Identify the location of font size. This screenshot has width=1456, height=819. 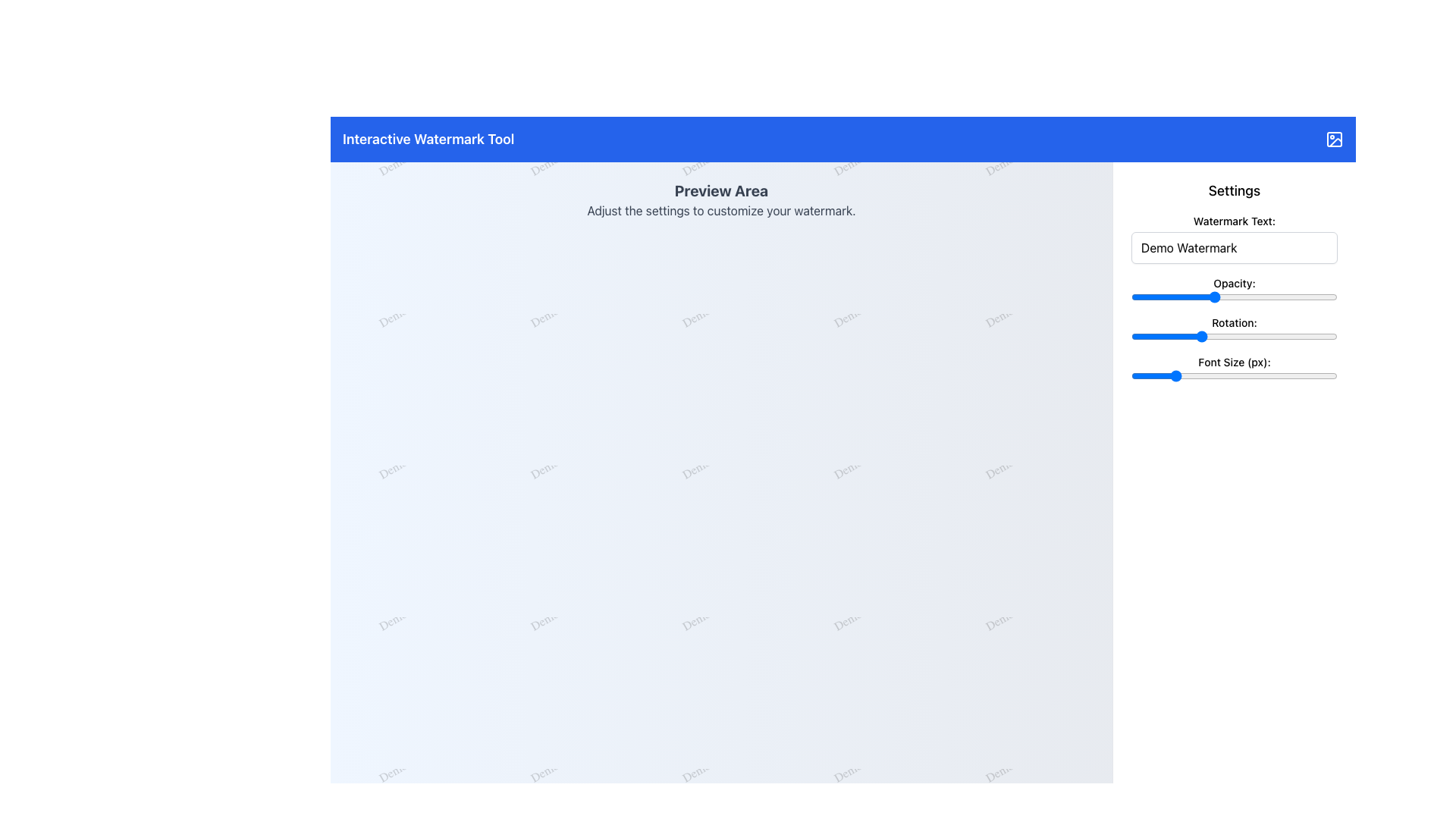
(1262, 375).